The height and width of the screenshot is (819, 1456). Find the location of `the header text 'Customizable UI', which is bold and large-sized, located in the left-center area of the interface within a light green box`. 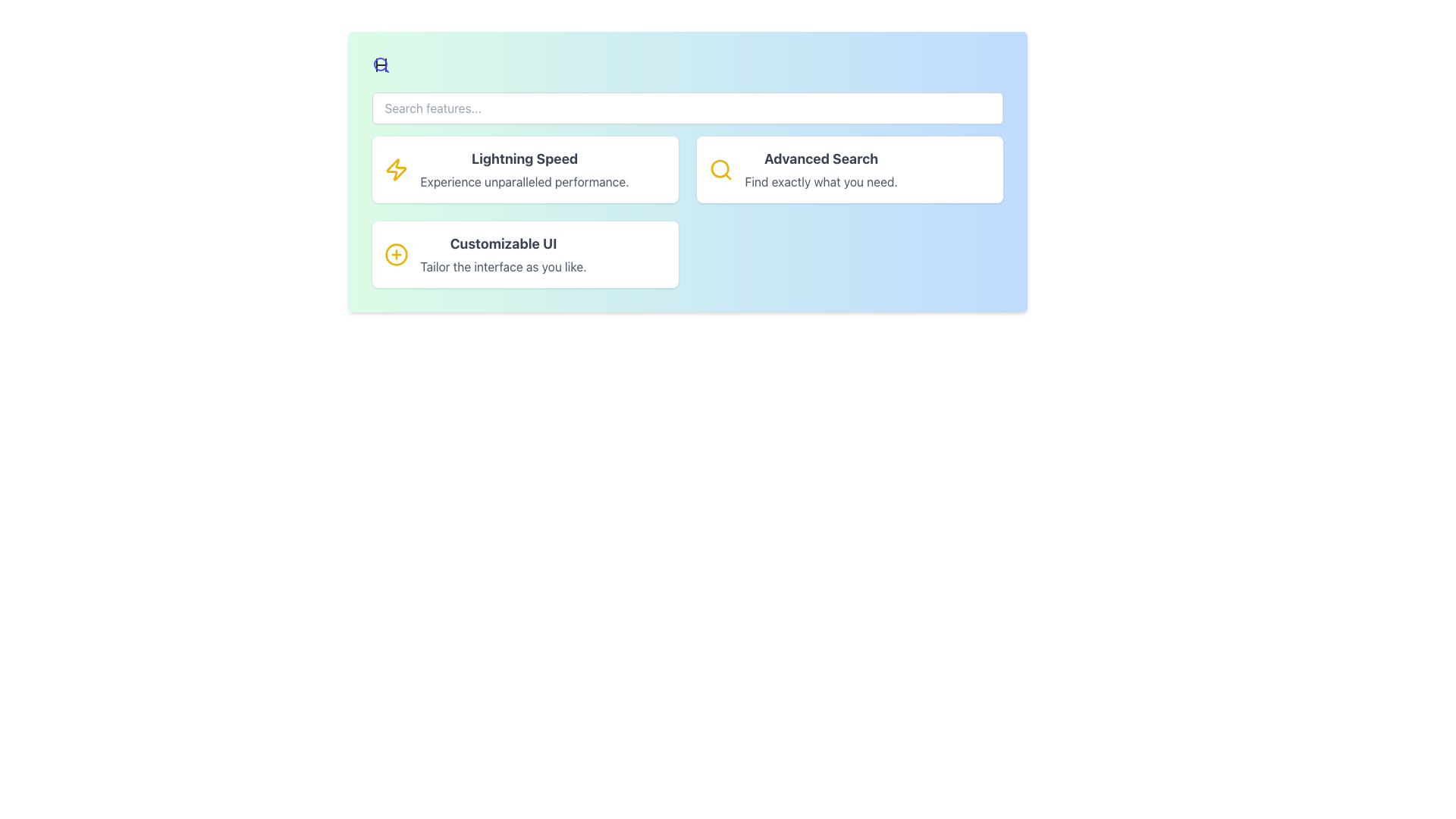

the header text 'Customizable UI', which is bold and large-sized, located in the left-center area of the interface within a light green box is located at coordinates (504, 243).